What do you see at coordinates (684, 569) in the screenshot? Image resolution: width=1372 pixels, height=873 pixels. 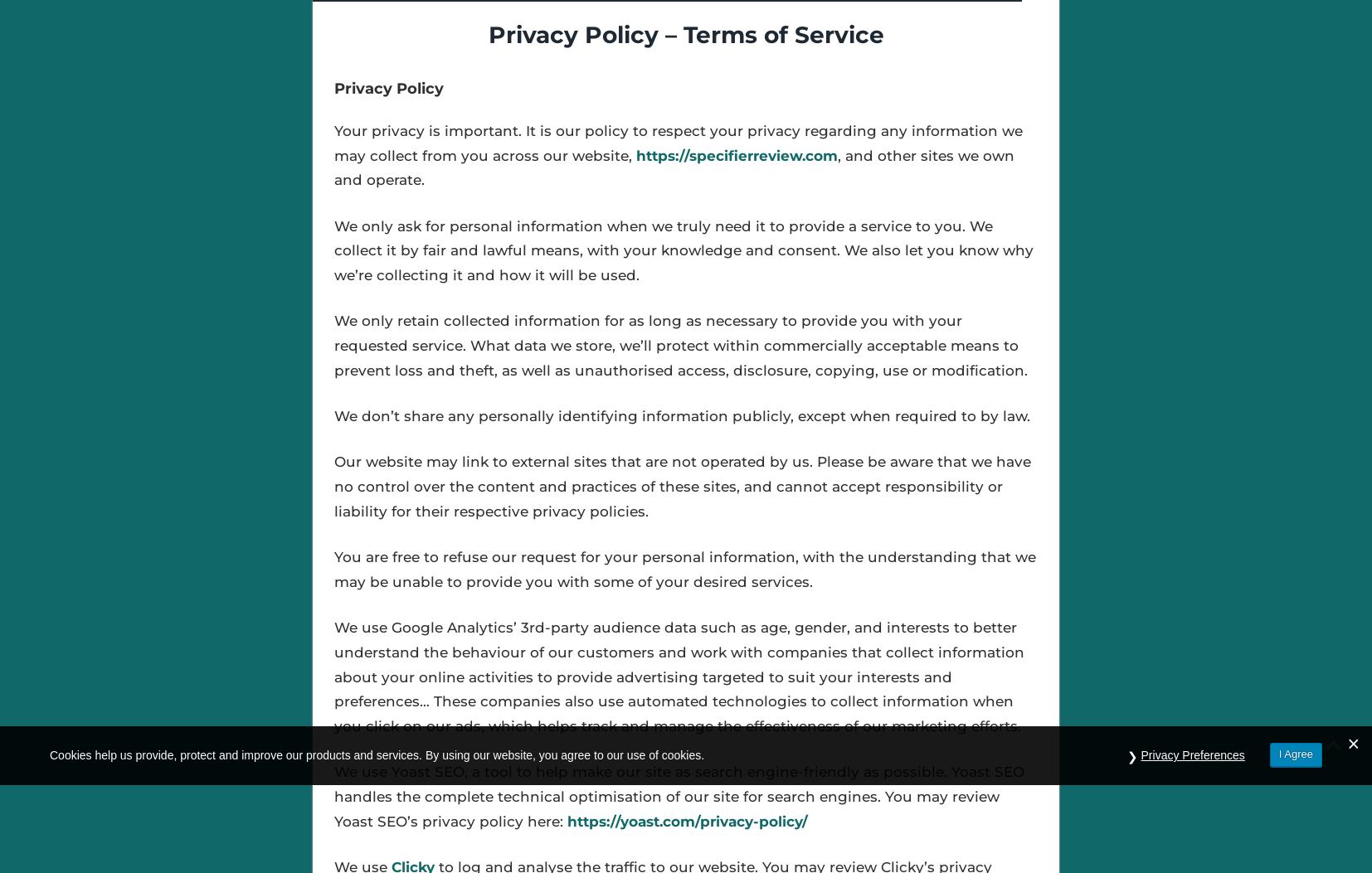 I see `'You are free to refuse our request for your personal information, with the understanding that we may be unable to provide you with some of your desired services.'` at bounding box center [684, 569].